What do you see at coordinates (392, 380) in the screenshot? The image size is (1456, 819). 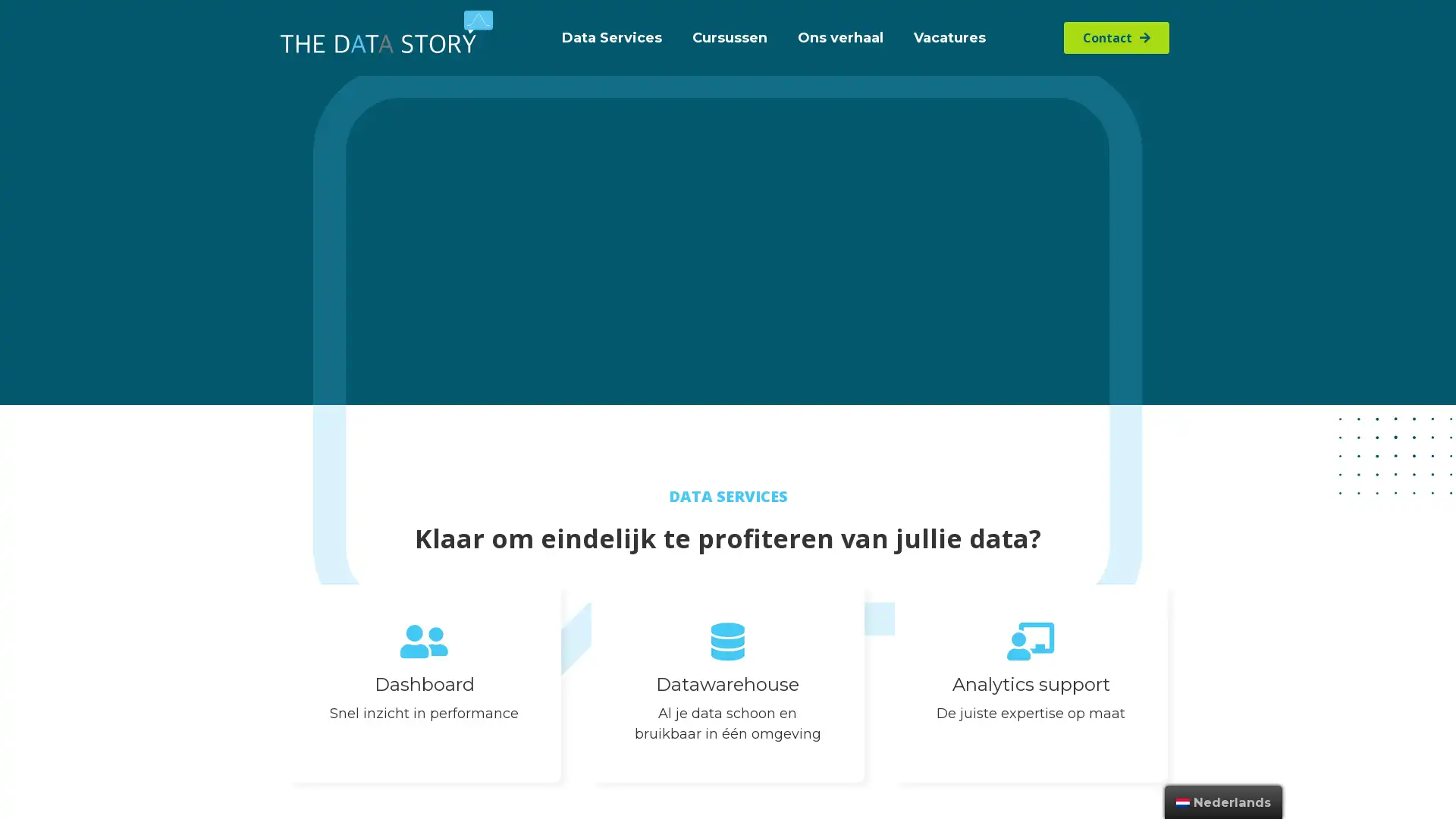 I see `Niet tobben, gelijk bellen` at bounding box center [392, 380].